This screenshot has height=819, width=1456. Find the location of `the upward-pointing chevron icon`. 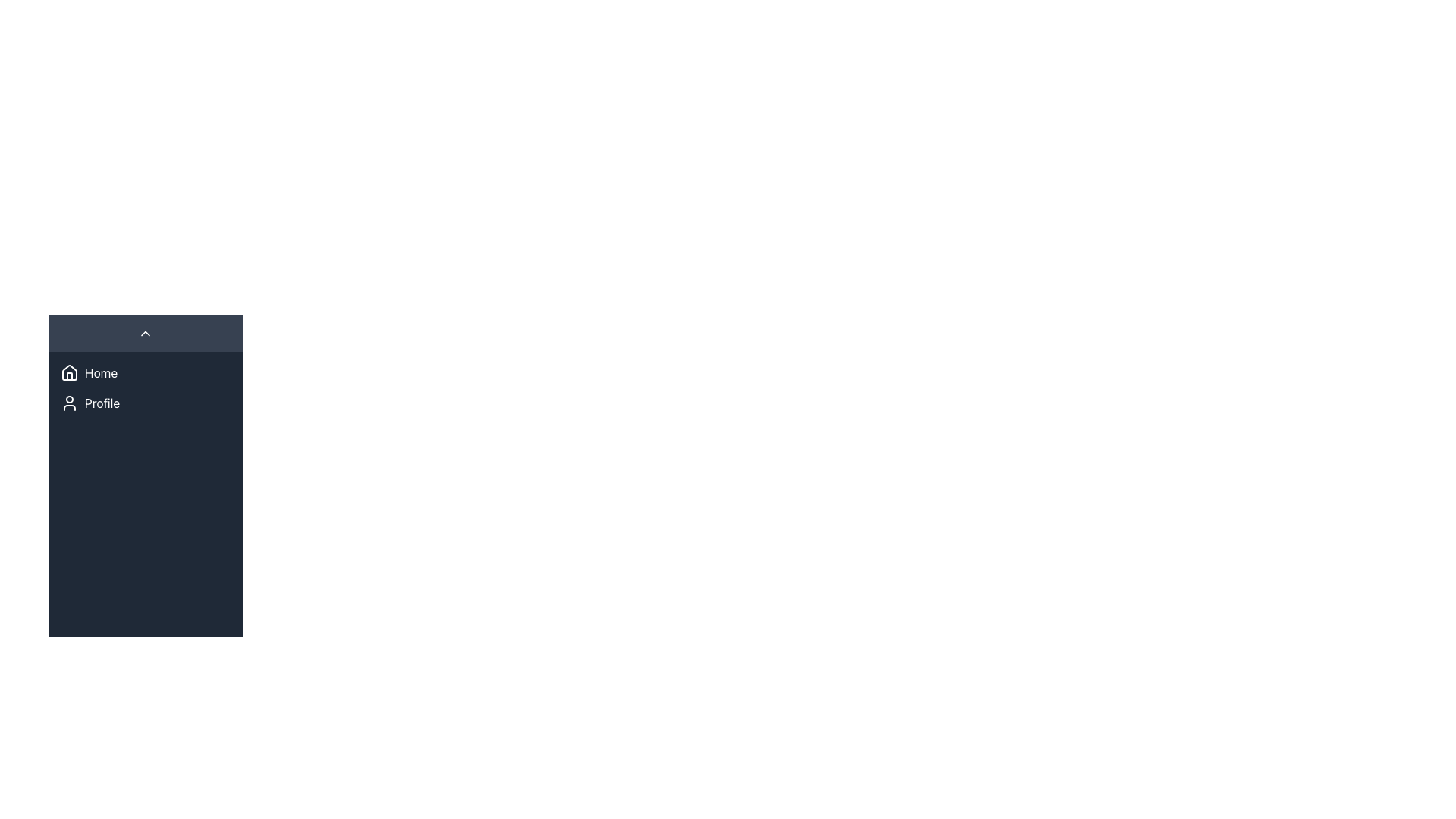

the upward-pointing chevron icon is located at coordinates (146, 332).